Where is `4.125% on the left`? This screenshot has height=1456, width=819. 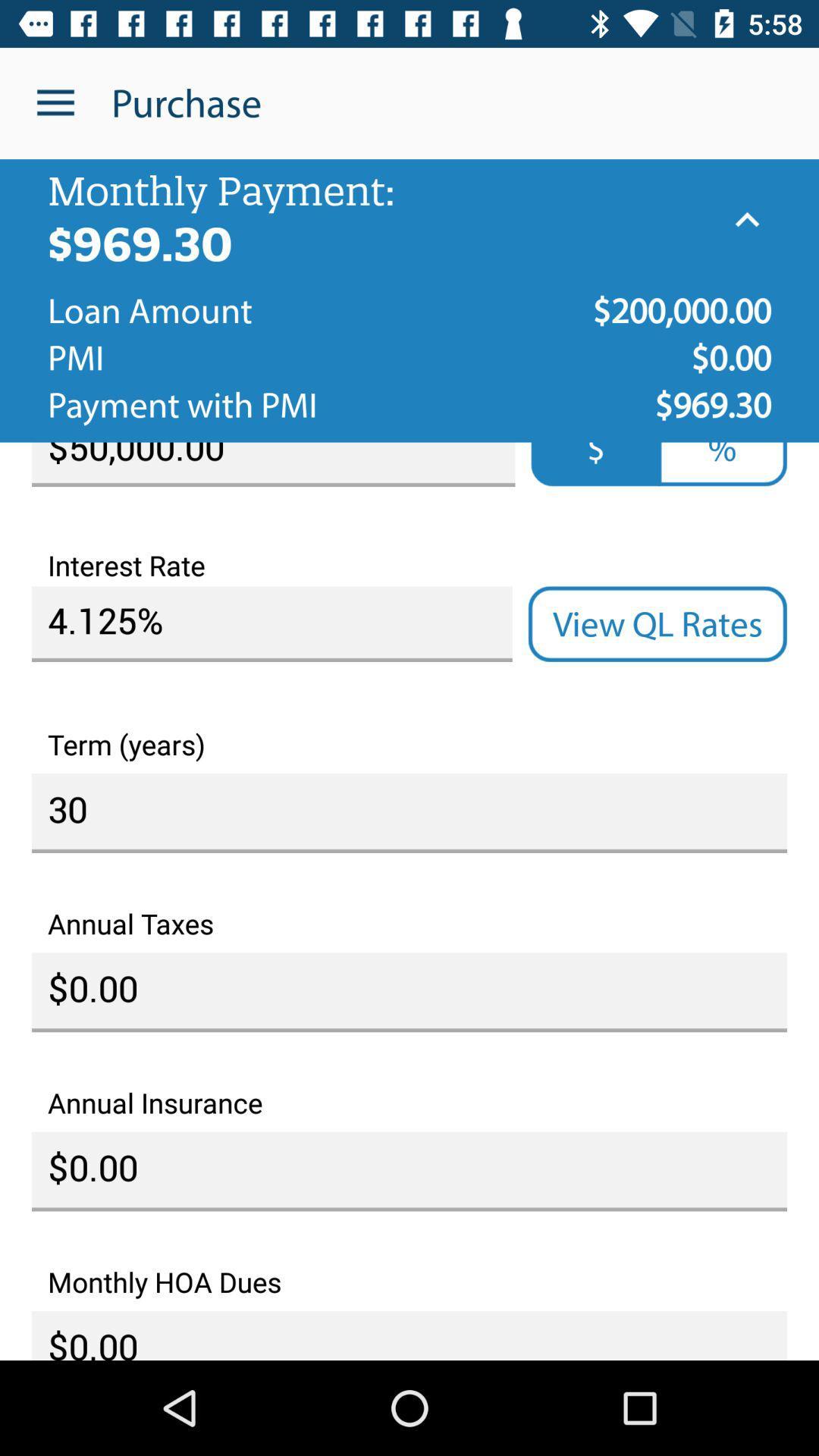 4.125% on the left is located at coordinates (271, 624).